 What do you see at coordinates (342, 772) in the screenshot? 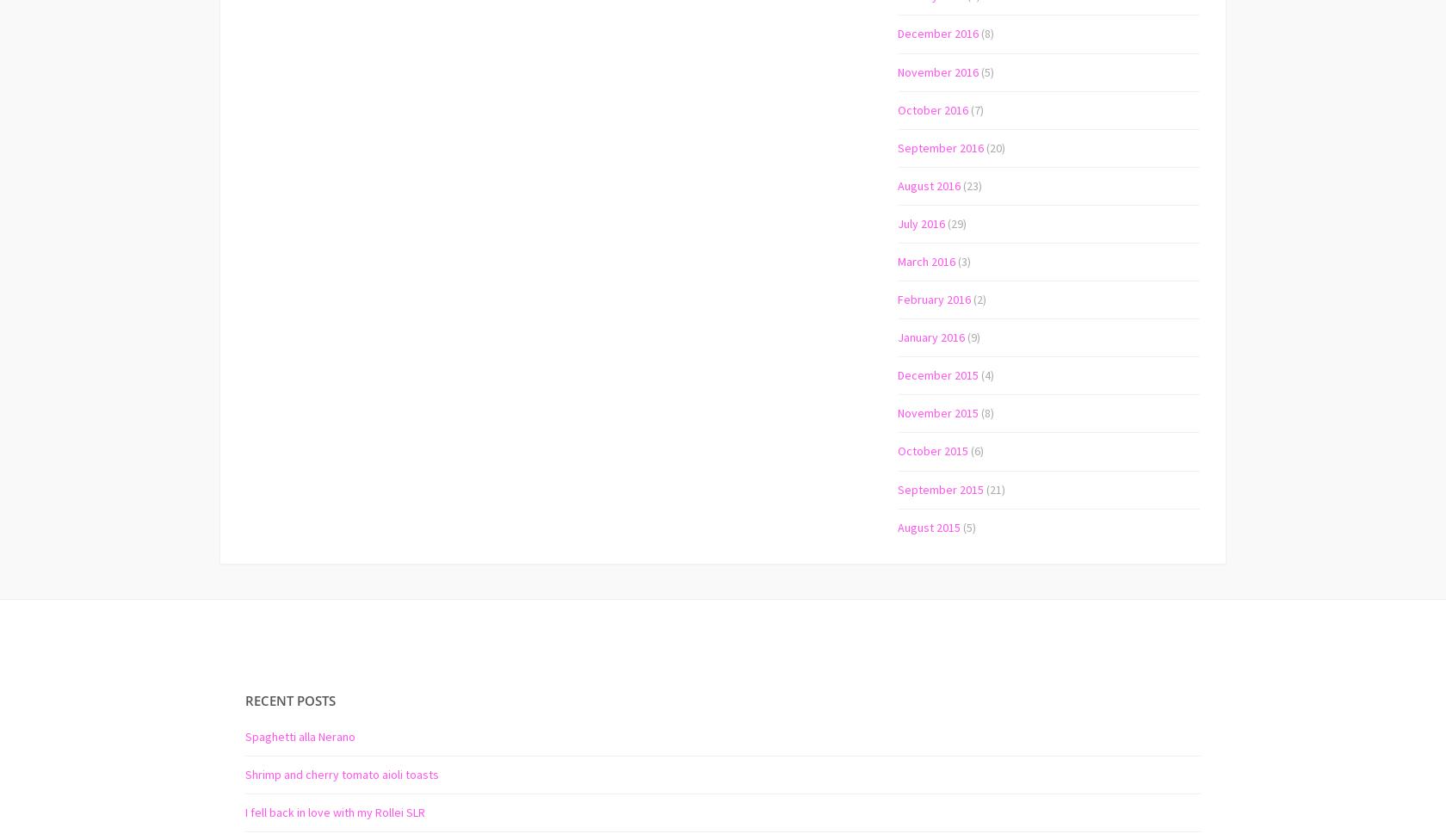
I see `'Shrimp and cherry tomato aioli toasts'` at bounding box center [342, 772].